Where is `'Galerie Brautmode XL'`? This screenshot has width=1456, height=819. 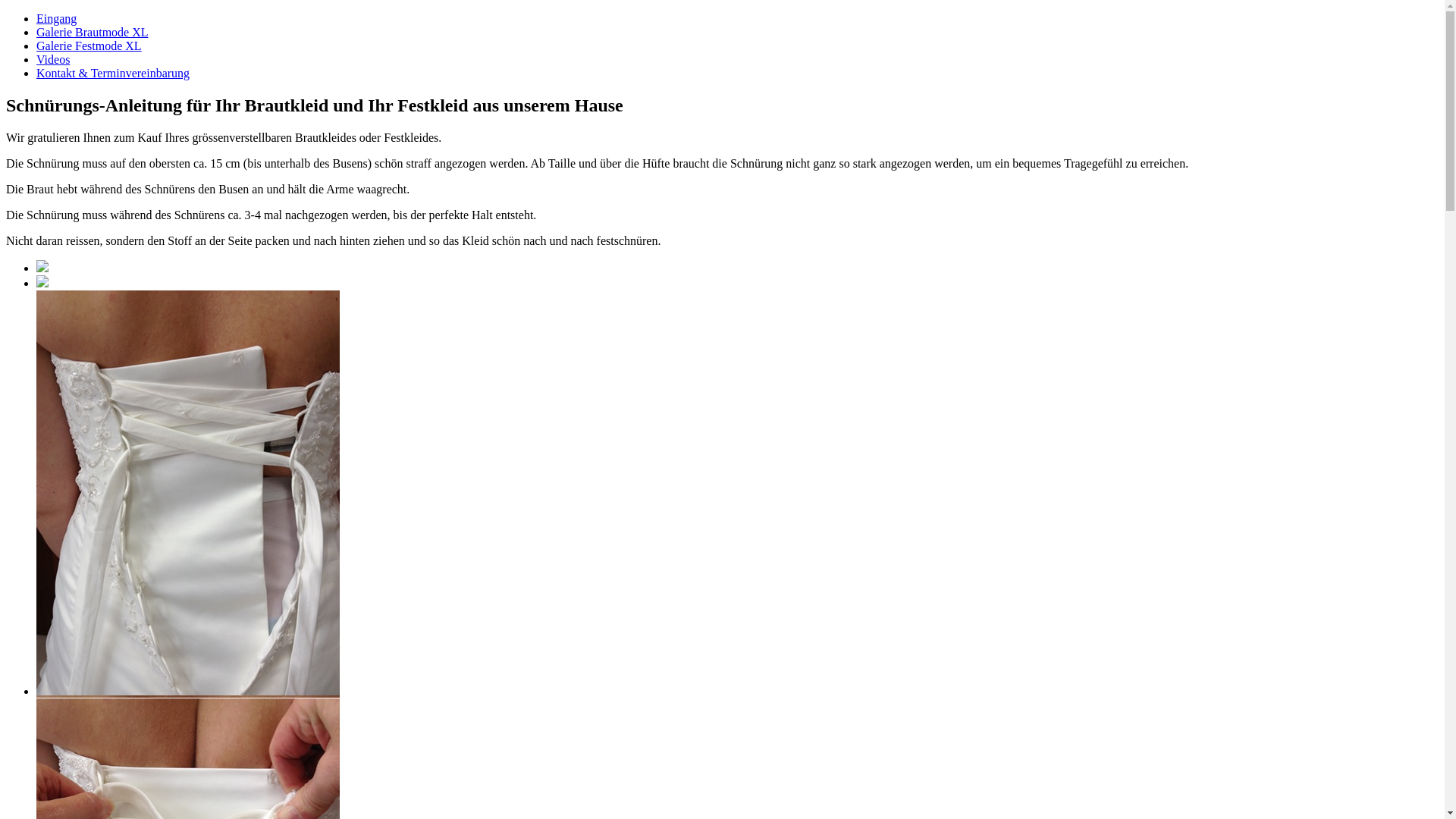
'Galerie Brautmode XL' is located at coordinates (36, 32).